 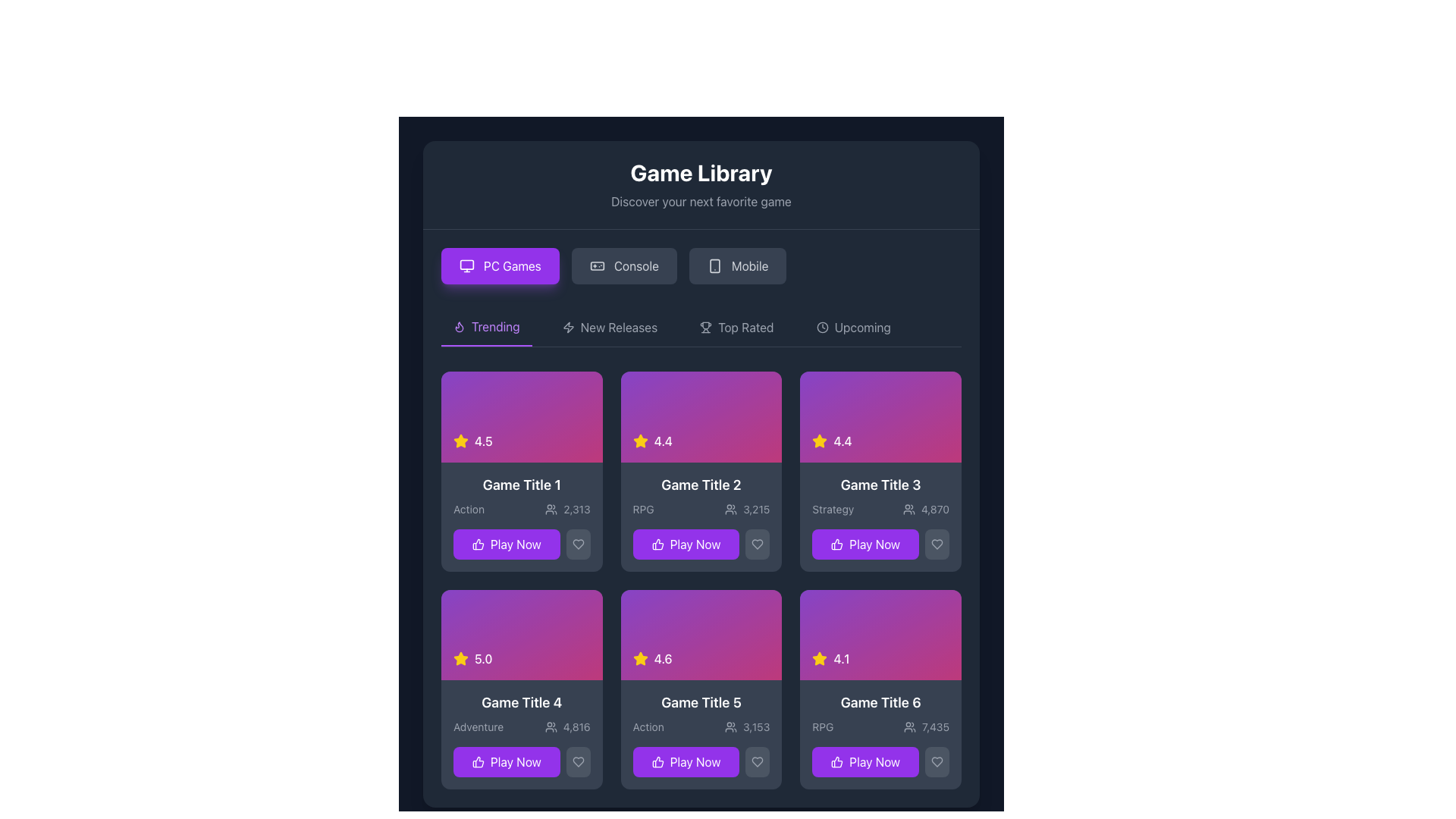 I want to click on the text label displaying 'Strategy', which is styled in gray and located in the metadata section of the 'Game Title 3' card in the 'Game Library' grid, so click(x=832, y=509).